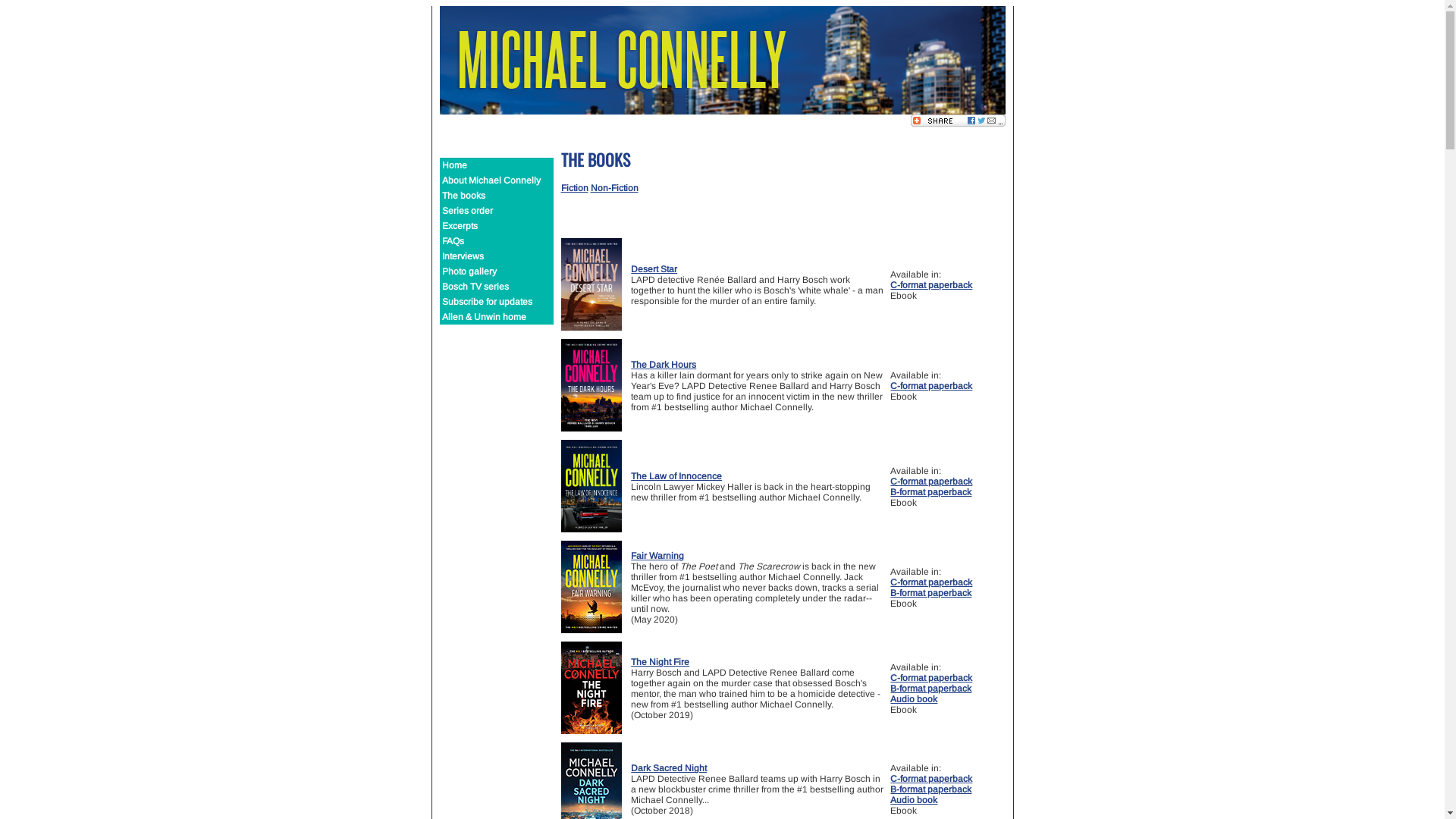 This screenshot has height=819, width=1456. What do you see at coordinates (496, 210) in the screenshot?
I see `'Series order'` at bounding box center [496, 210].